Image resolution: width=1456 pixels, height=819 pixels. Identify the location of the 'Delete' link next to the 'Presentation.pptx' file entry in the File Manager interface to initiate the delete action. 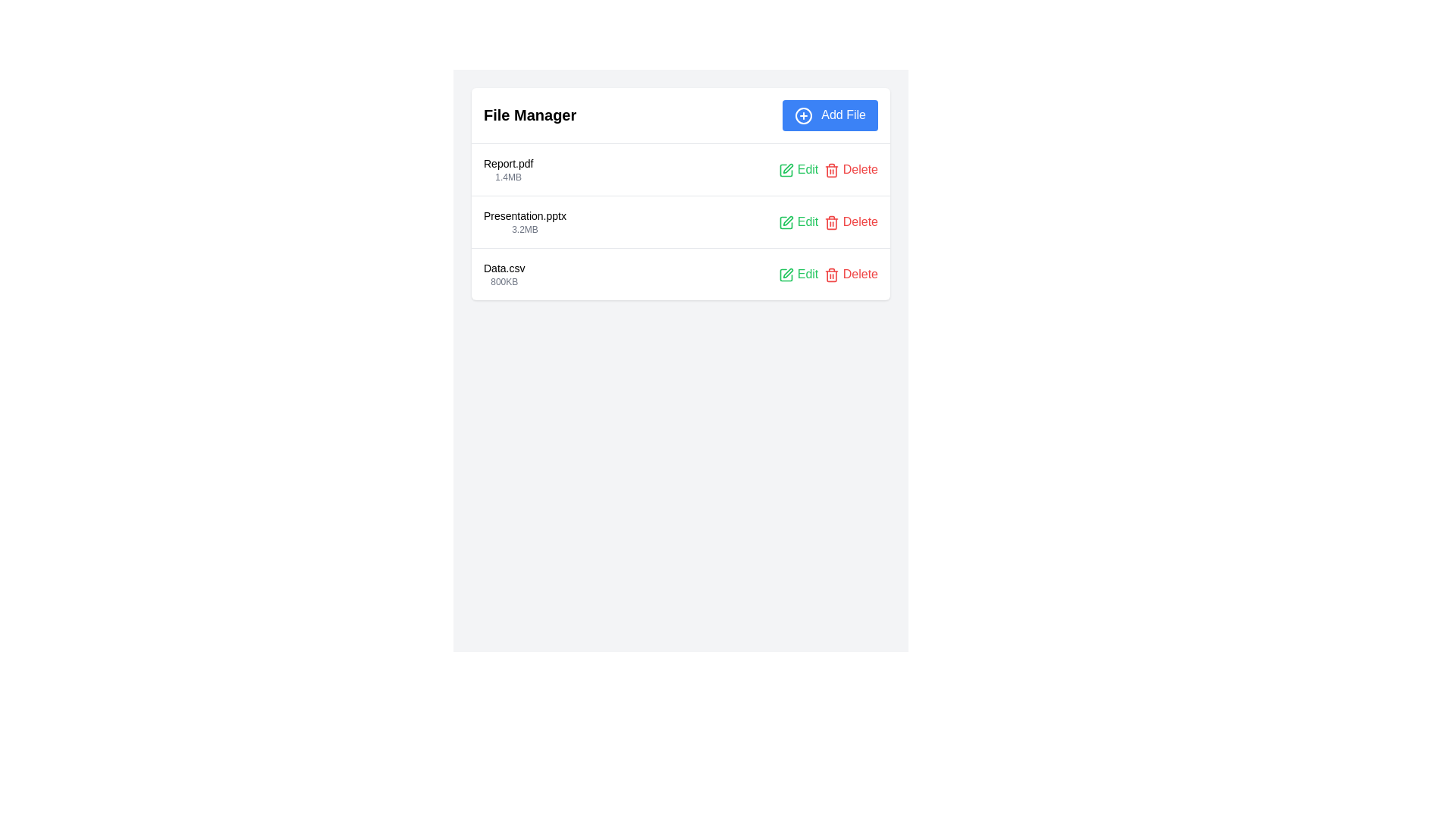
(851, 221).